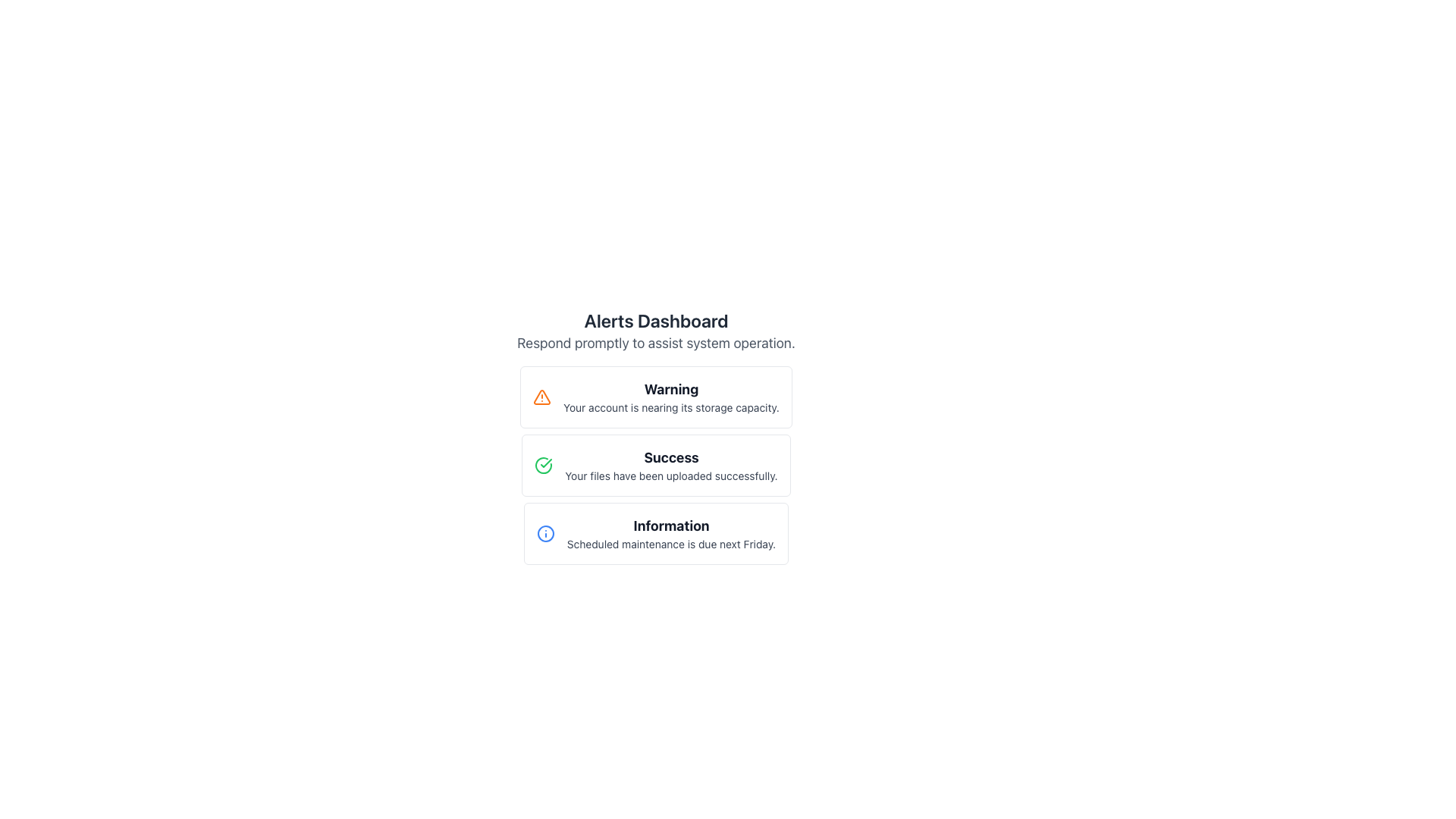 Image resolution: width=1456 pixels, height=819 pixels. What do you see at coordinates (546, 462) in the screenshot?
I see `the green checkmark icon that signifies a successful operation, located alongside the 'Success' label within the second box of the vertical arrangement of information cards` at bounding box center [546, 462].